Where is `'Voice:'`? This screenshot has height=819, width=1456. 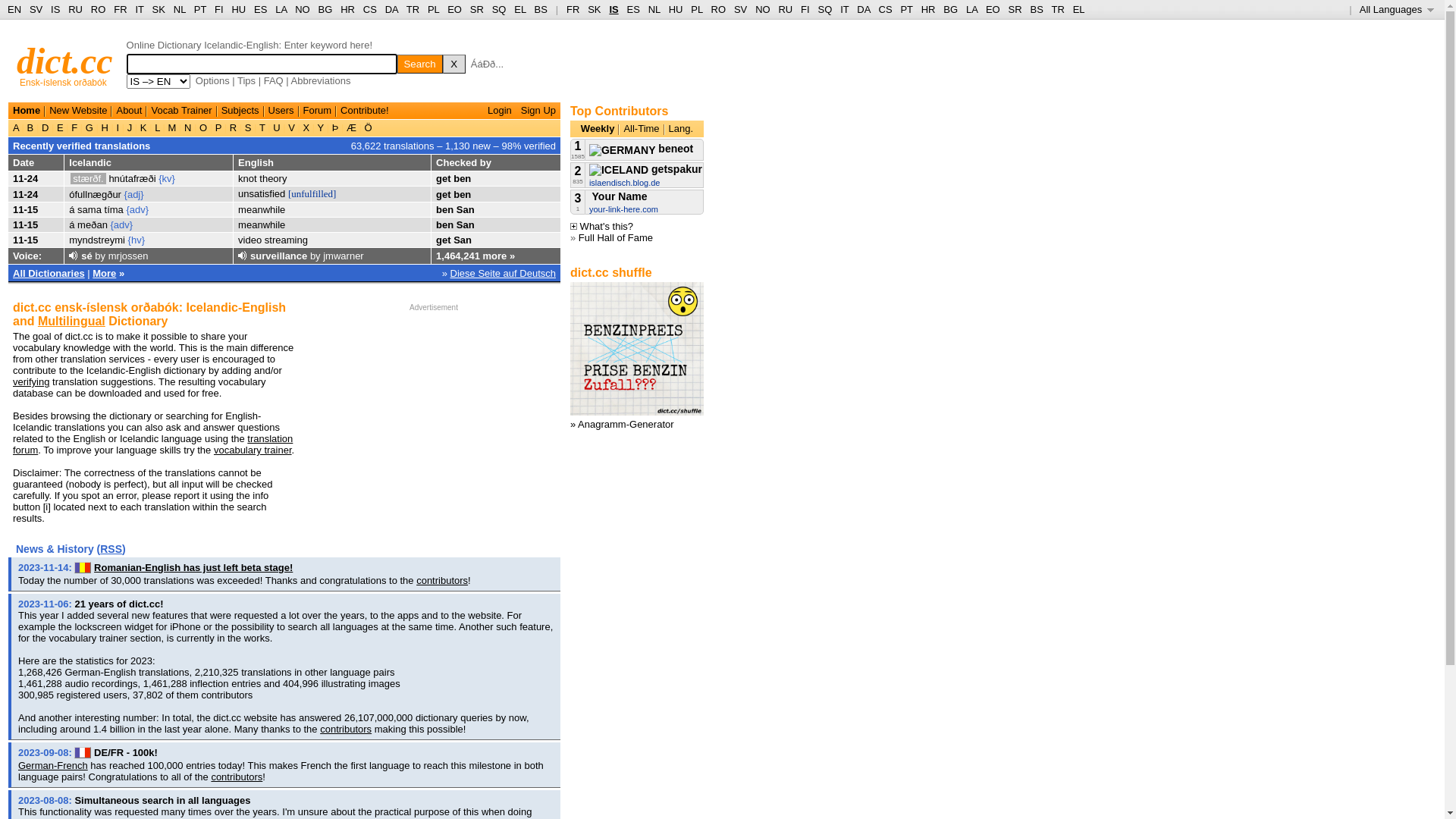 'Voice:' is located at coordinates (27, 255).